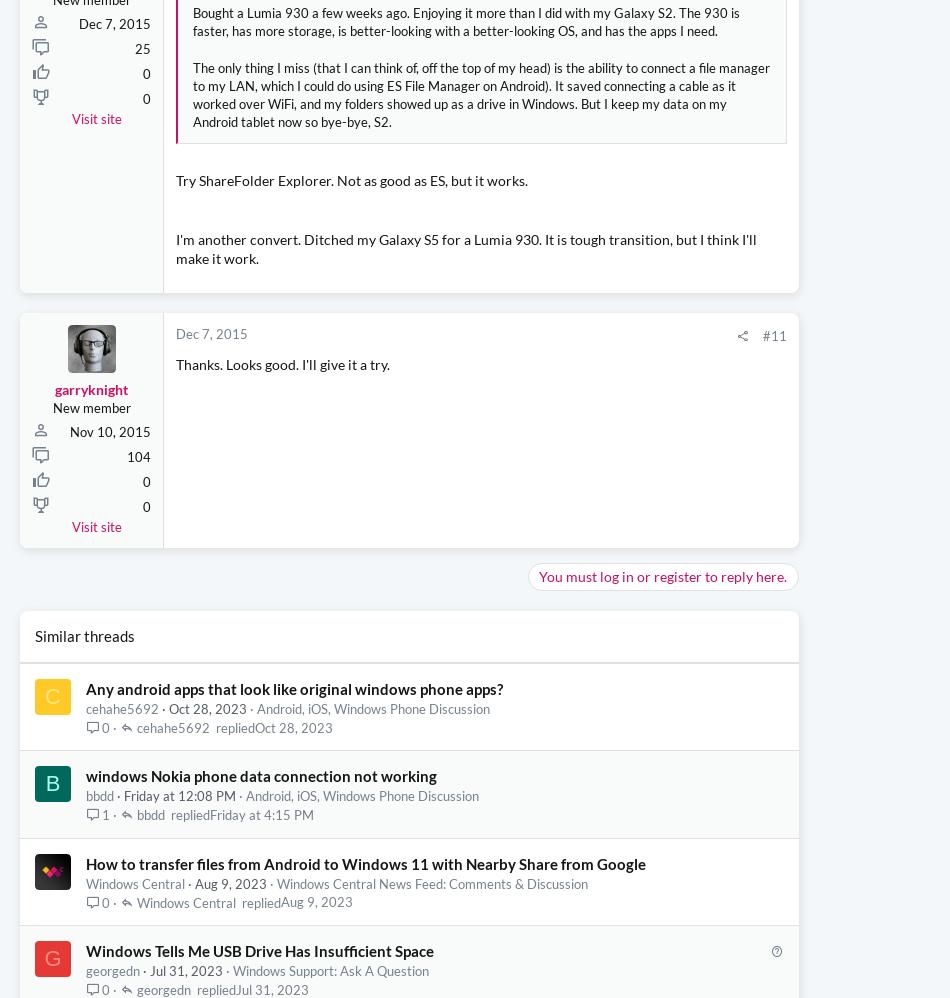 This screenshot has height=998, width=950. What do you see at coordinates (386, 288) in the screenshot?
I see `'Click to expand...'` at bounding box center [386, 288].